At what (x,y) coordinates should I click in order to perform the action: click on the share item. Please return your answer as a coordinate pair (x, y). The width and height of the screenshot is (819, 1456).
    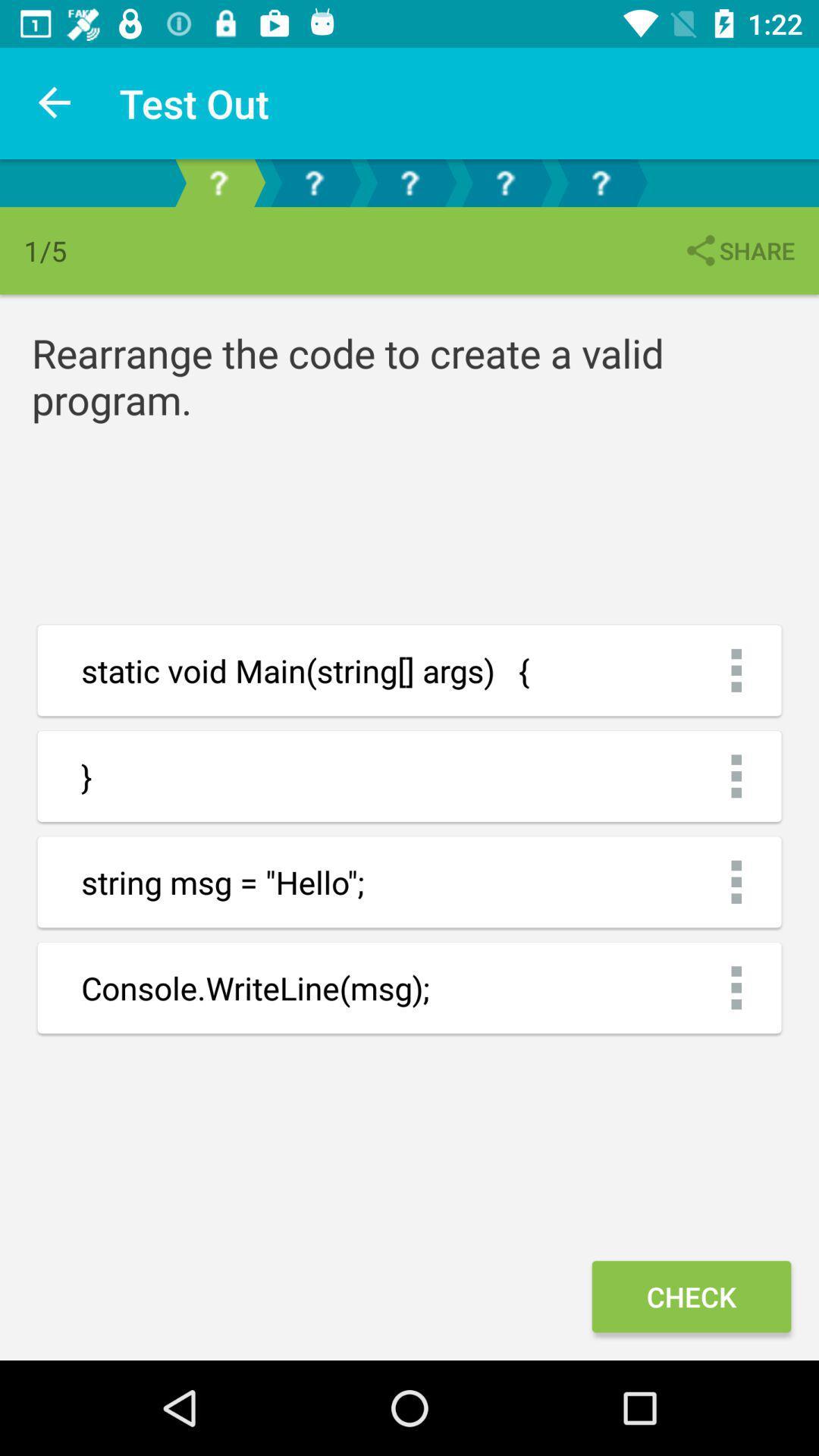
    Looking at the image, I should click on (738, 250).